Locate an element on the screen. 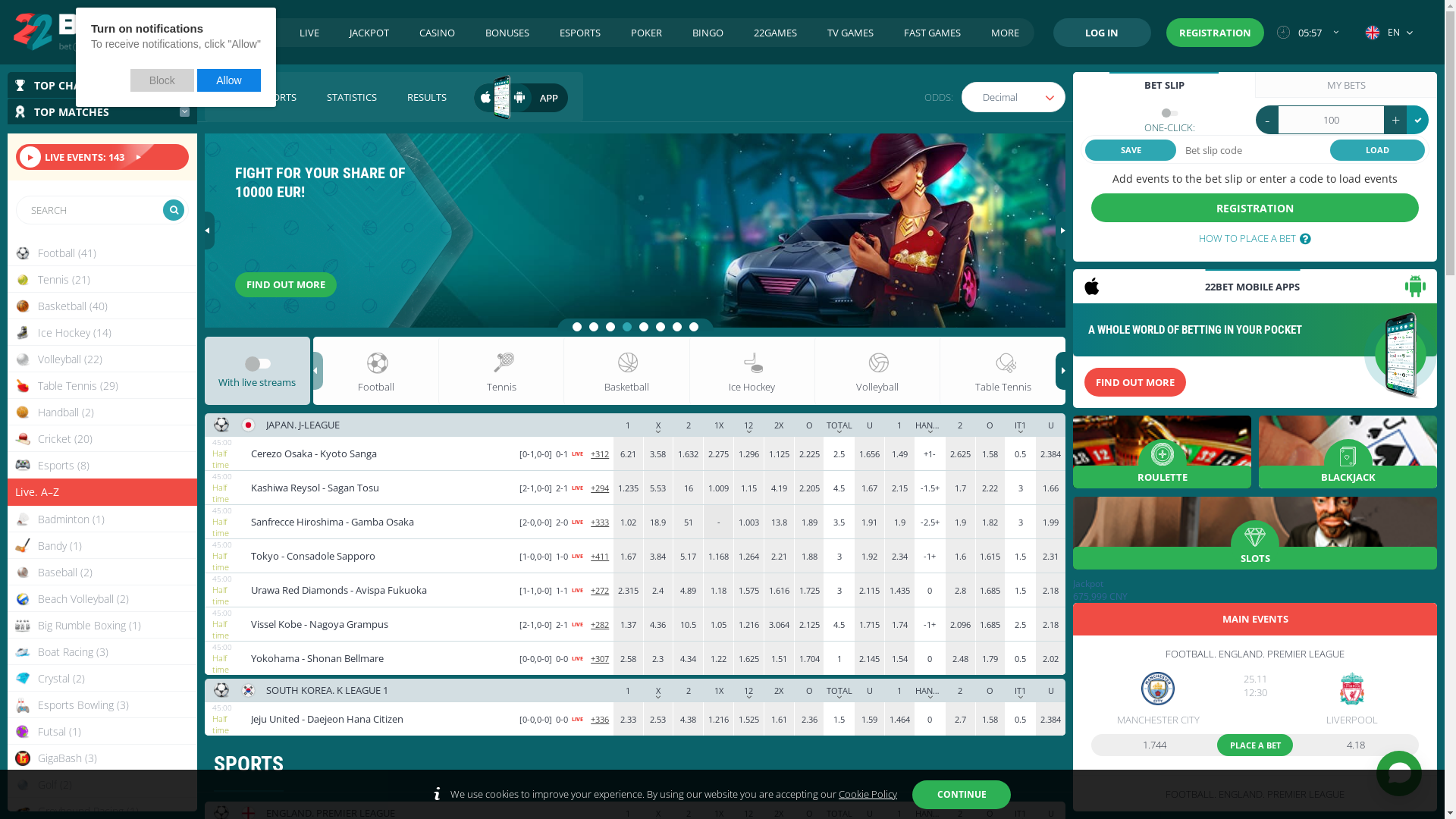  'Basketball' is located at coordinates (626, 371).